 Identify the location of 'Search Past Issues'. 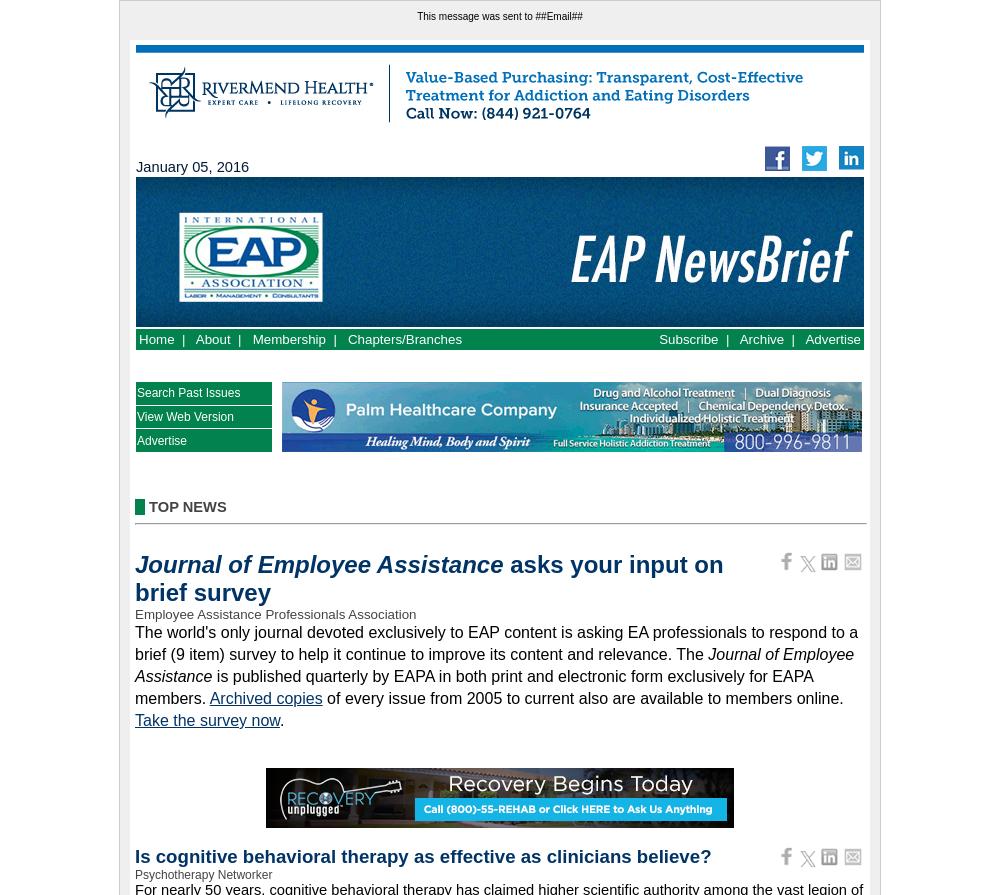
(188, 392).